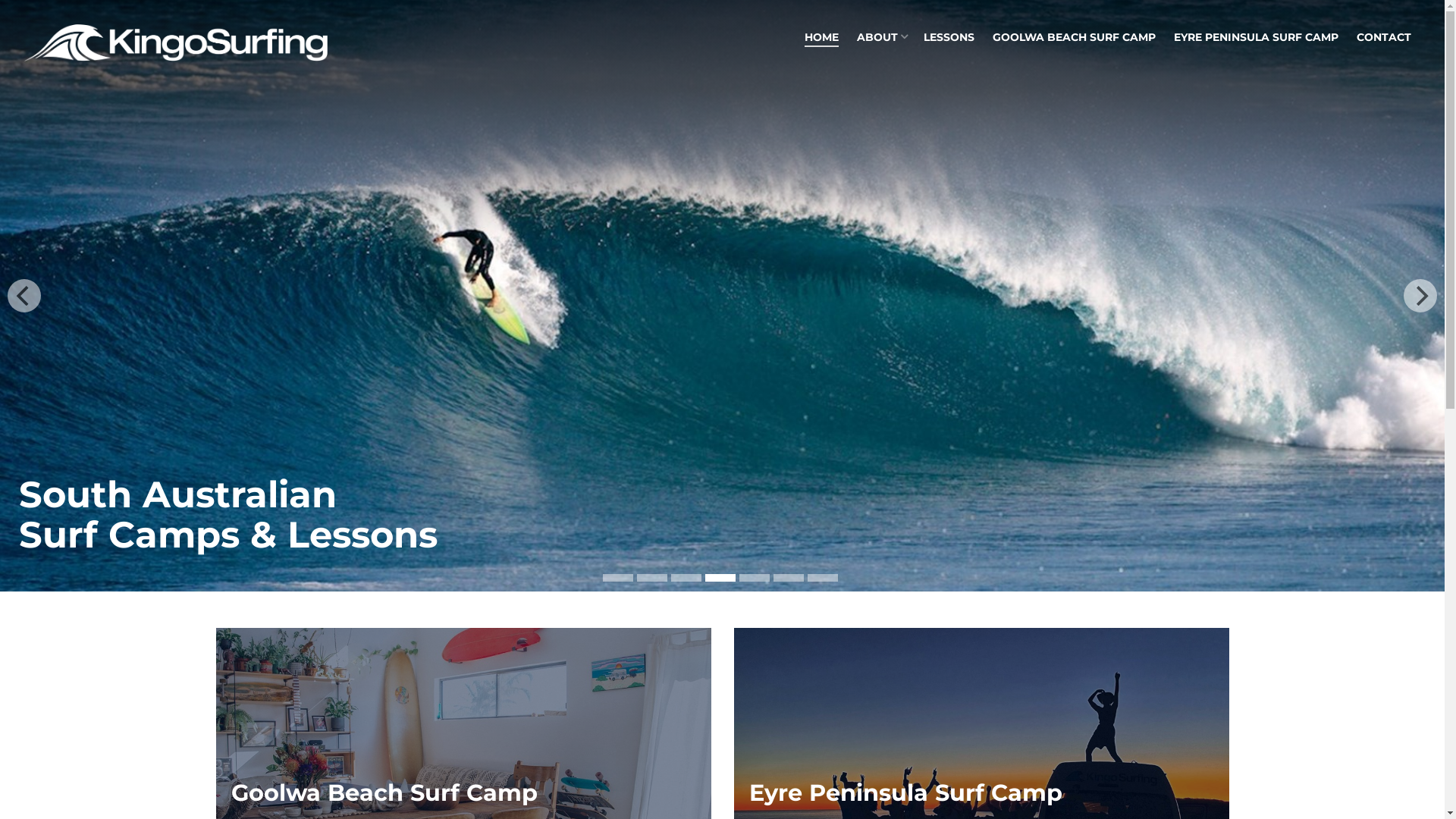  I want to click on 'ABOUT', so click(880, 36).